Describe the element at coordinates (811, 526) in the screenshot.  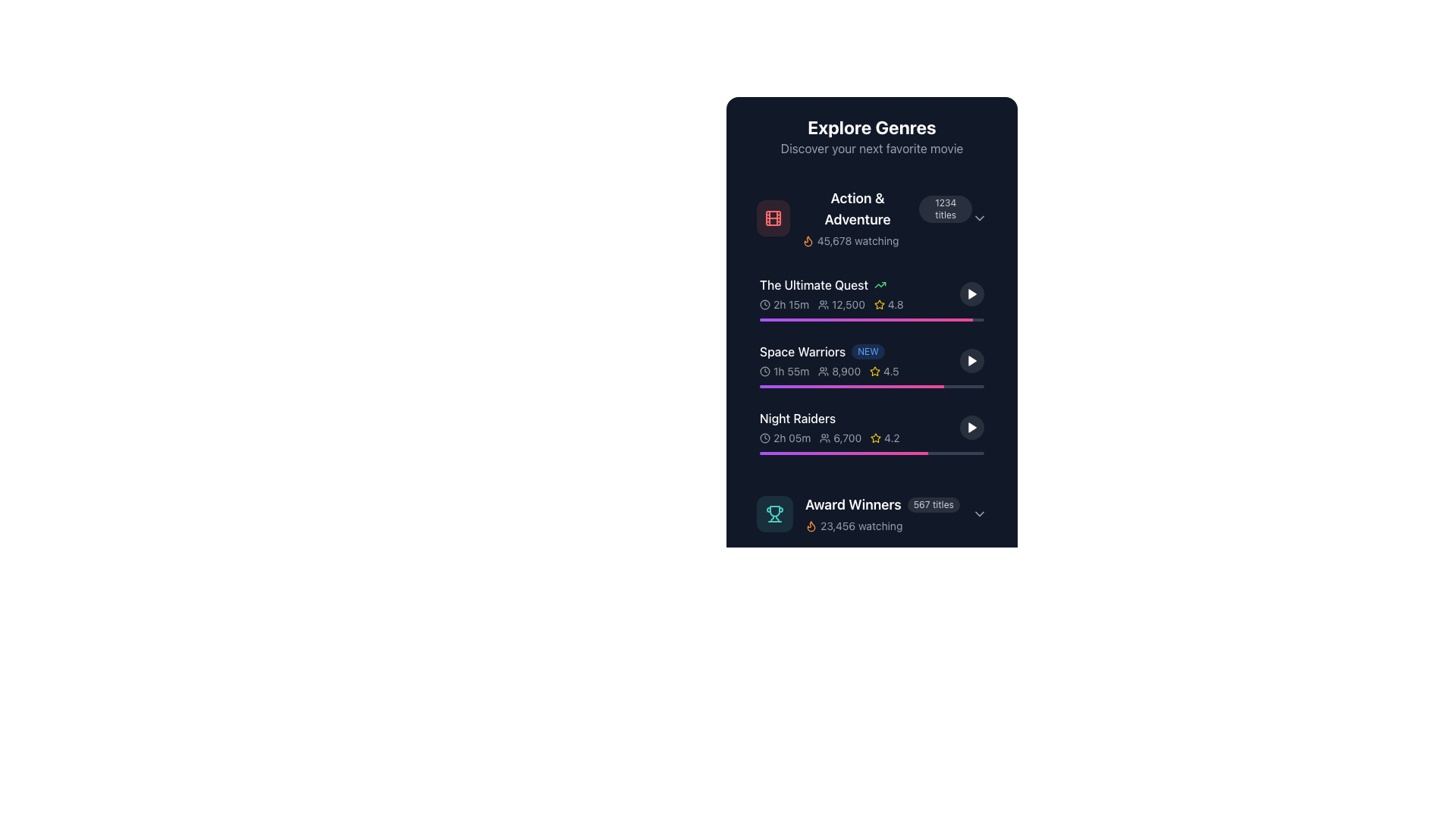
I see `the flame icon, which is the leftmost visual component next to the text '23,456 watching' in the 'Award Winners' section` at that location.